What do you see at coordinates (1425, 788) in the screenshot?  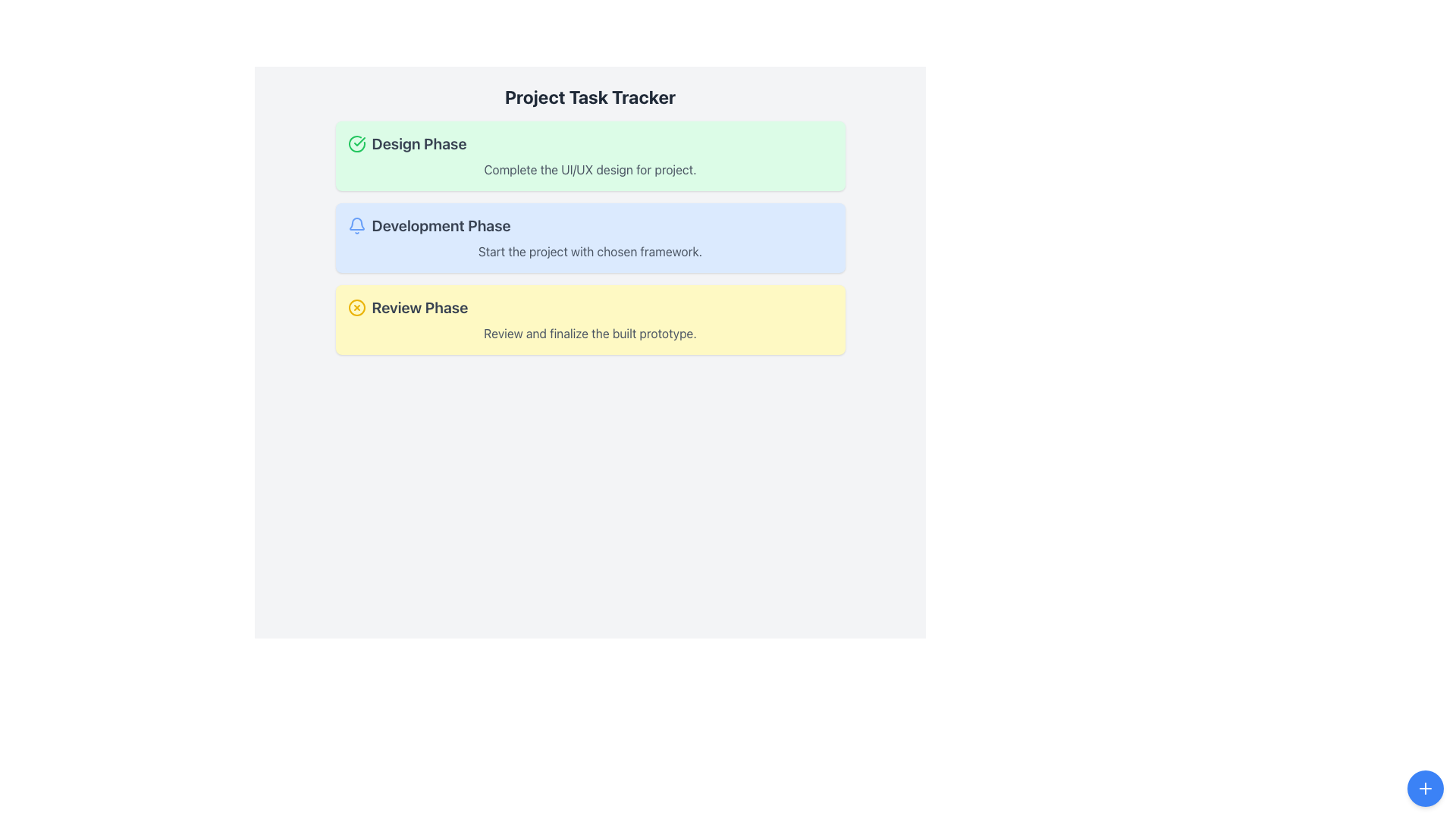 I see `the blue circular button with a white plus sign (+) icon located in the bottom-right corner of the interface` at bounding box center [1425, 788].